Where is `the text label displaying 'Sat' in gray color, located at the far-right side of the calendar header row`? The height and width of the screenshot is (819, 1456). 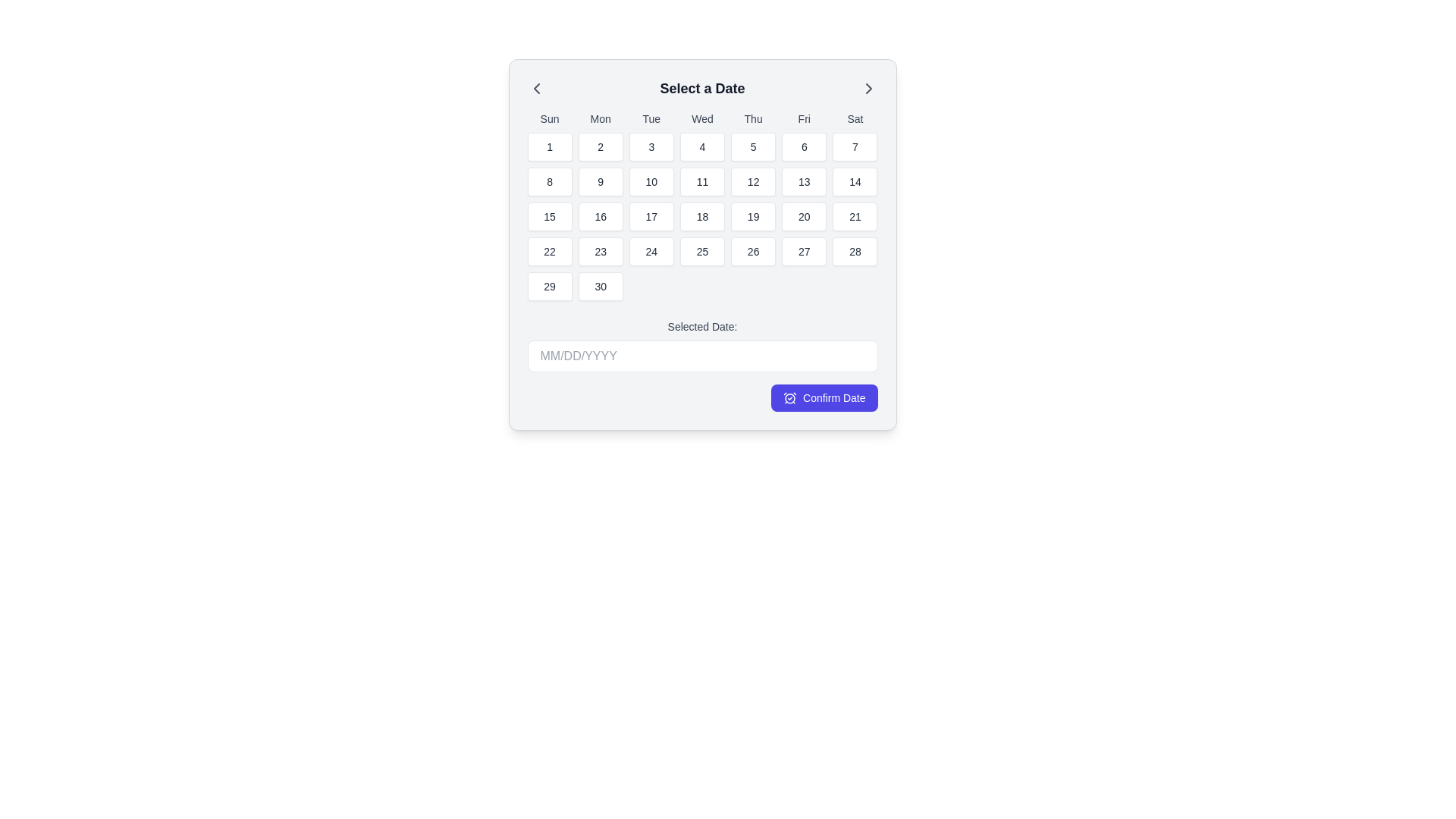
the text label displaying 'Sat' in gray color, located at the far-right side of the calendar header row is located at coordinates (855, 118).